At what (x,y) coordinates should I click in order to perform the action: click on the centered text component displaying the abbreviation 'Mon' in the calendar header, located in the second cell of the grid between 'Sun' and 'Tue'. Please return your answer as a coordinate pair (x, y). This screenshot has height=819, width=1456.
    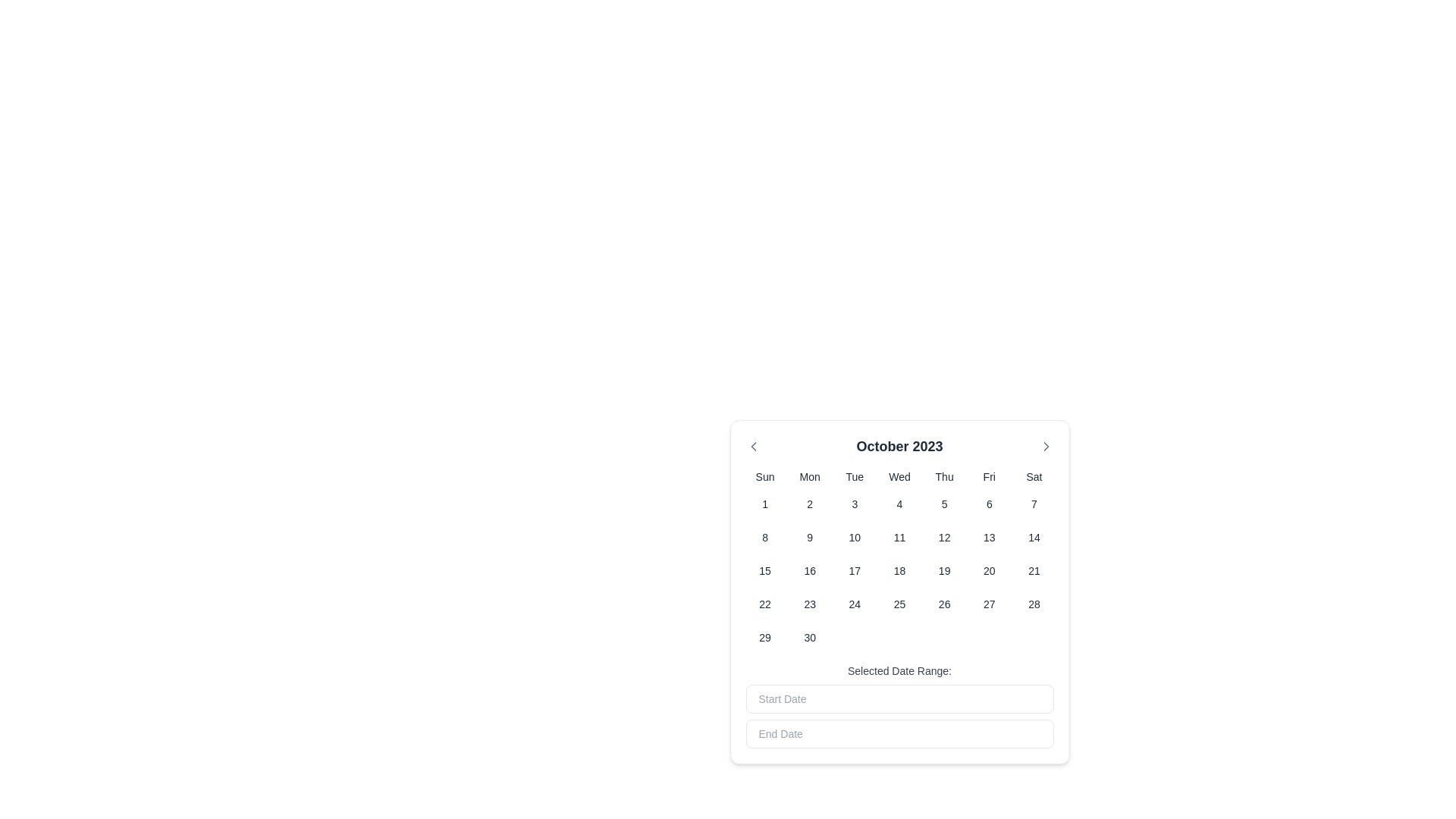
    Looking at the image, I should click on (809, 475).